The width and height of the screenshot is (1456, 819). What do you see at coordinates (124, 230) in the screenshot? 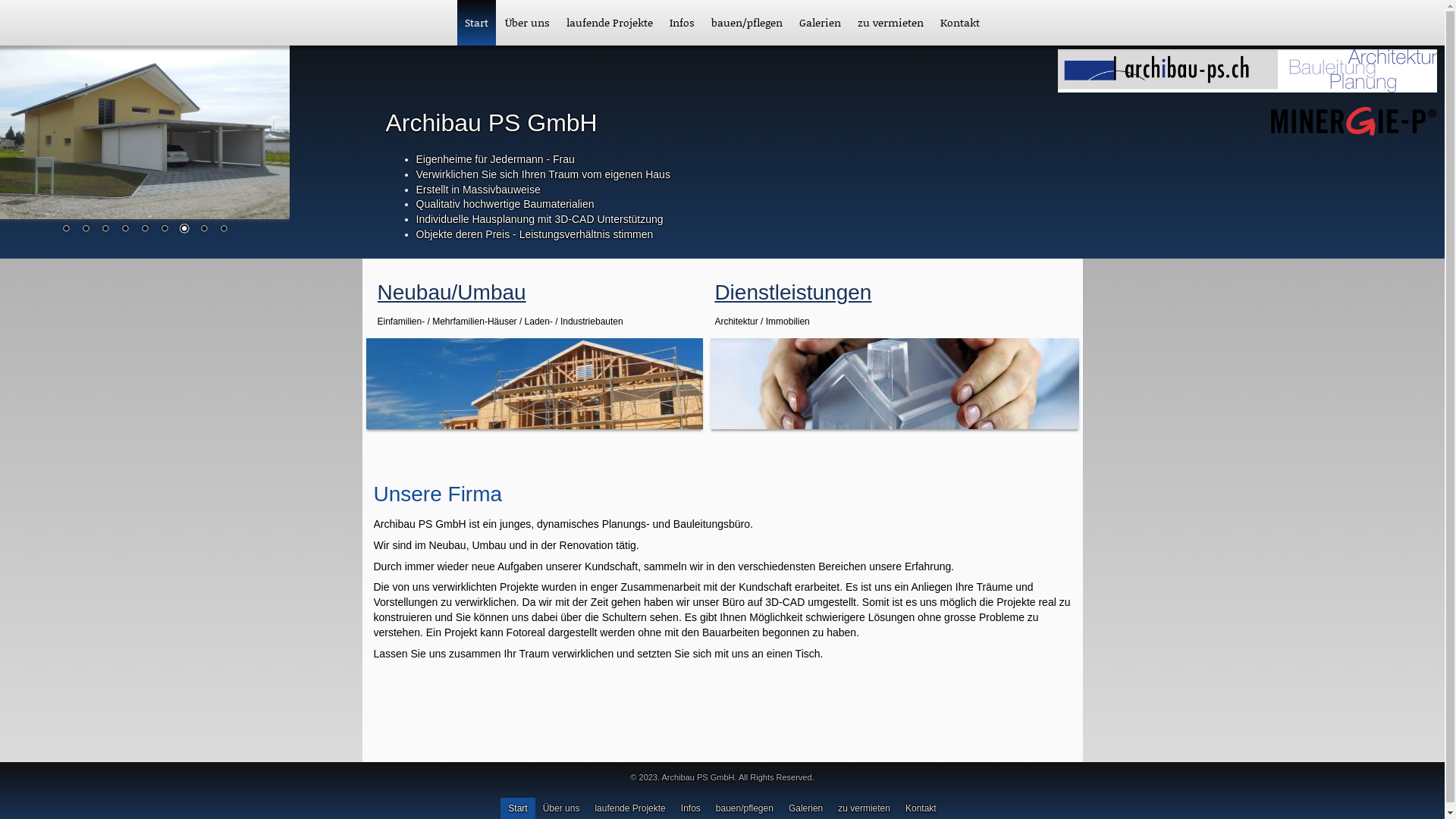
I see `'4'` at bounding box center [124, 230].